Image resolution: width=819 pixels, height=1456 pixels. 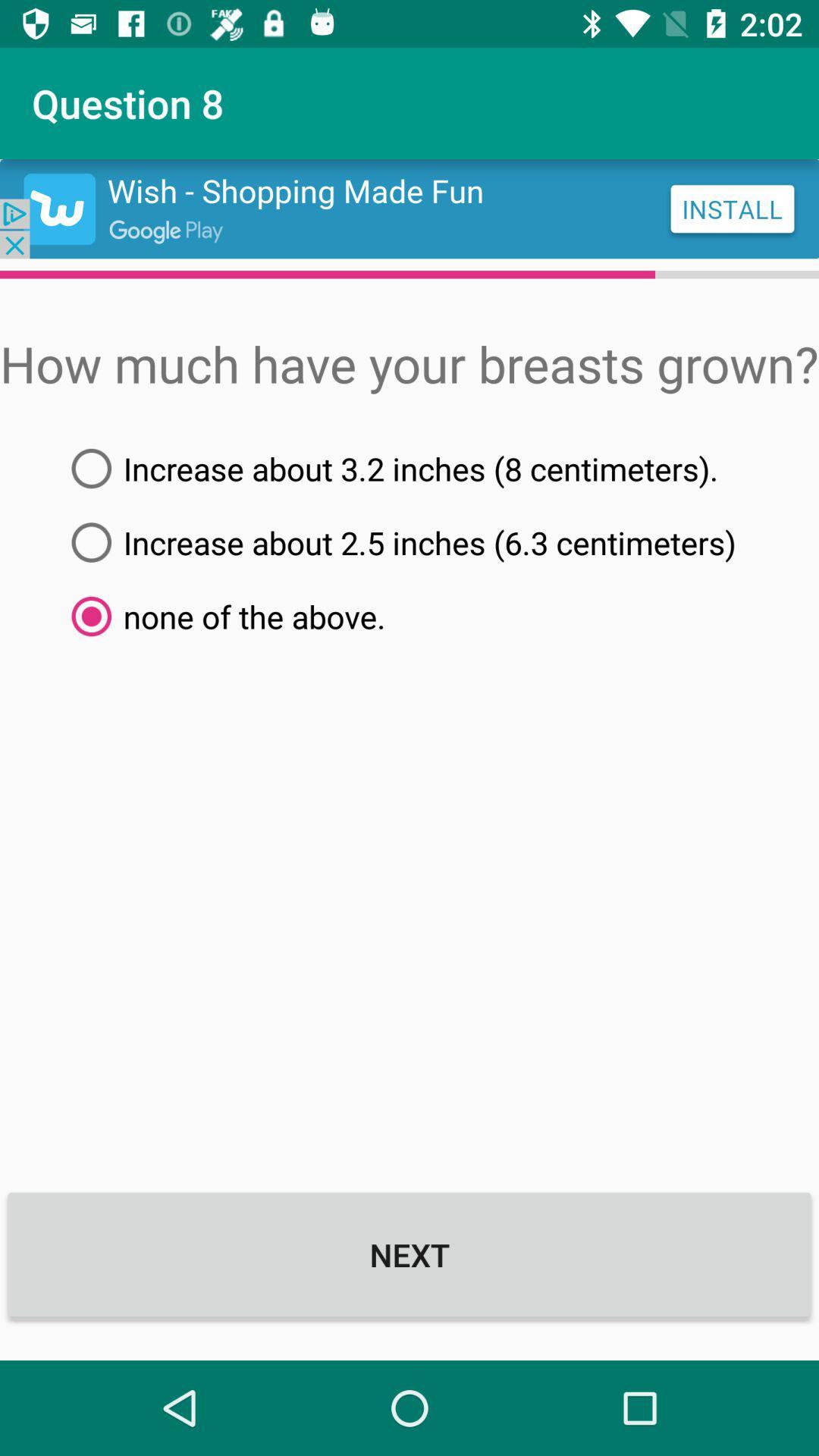 I want to click on banner advertisement, so click(x=409, y=208).